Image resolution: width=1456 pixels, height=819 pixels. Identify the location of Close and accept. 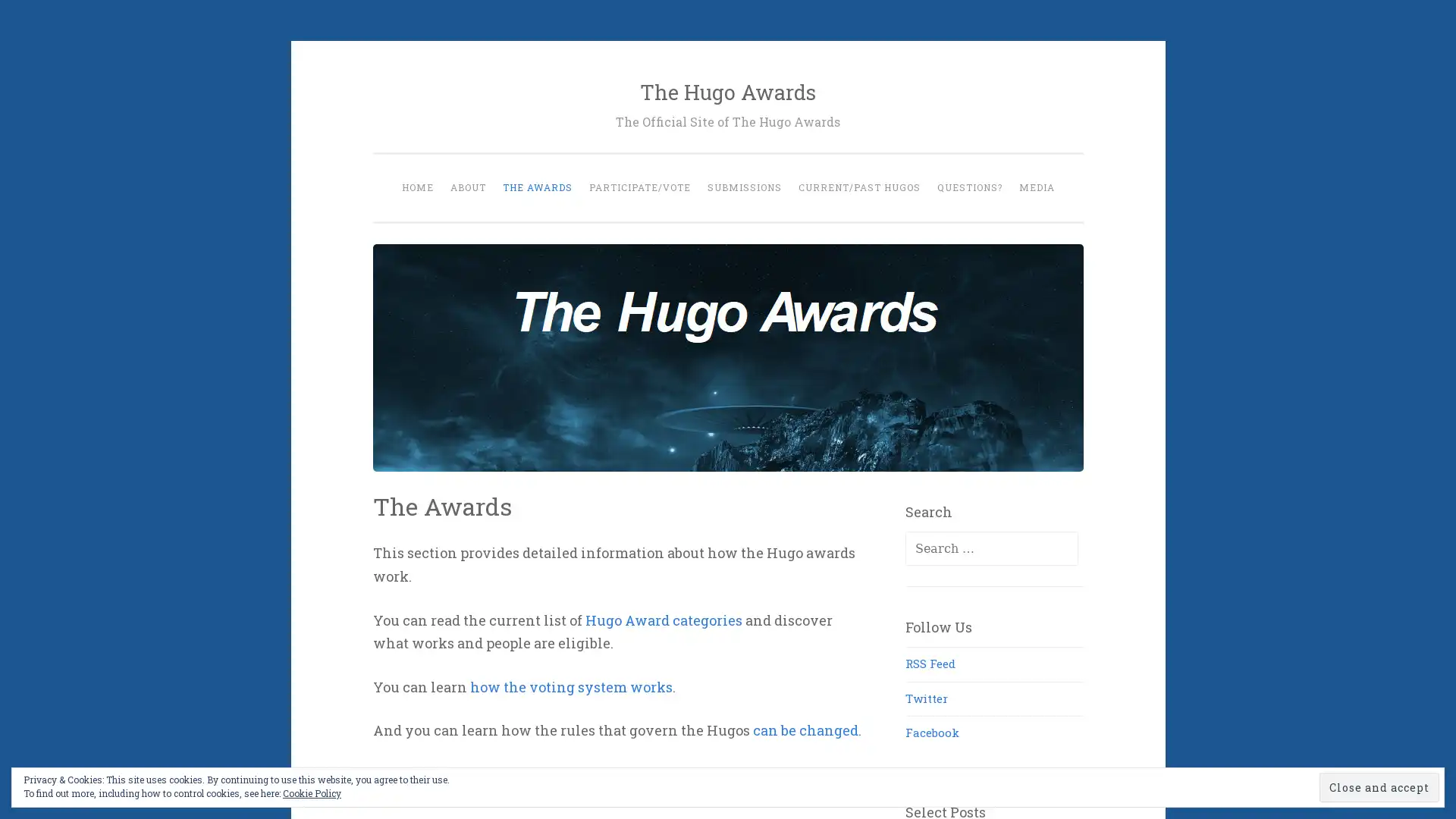
(1379, 786).